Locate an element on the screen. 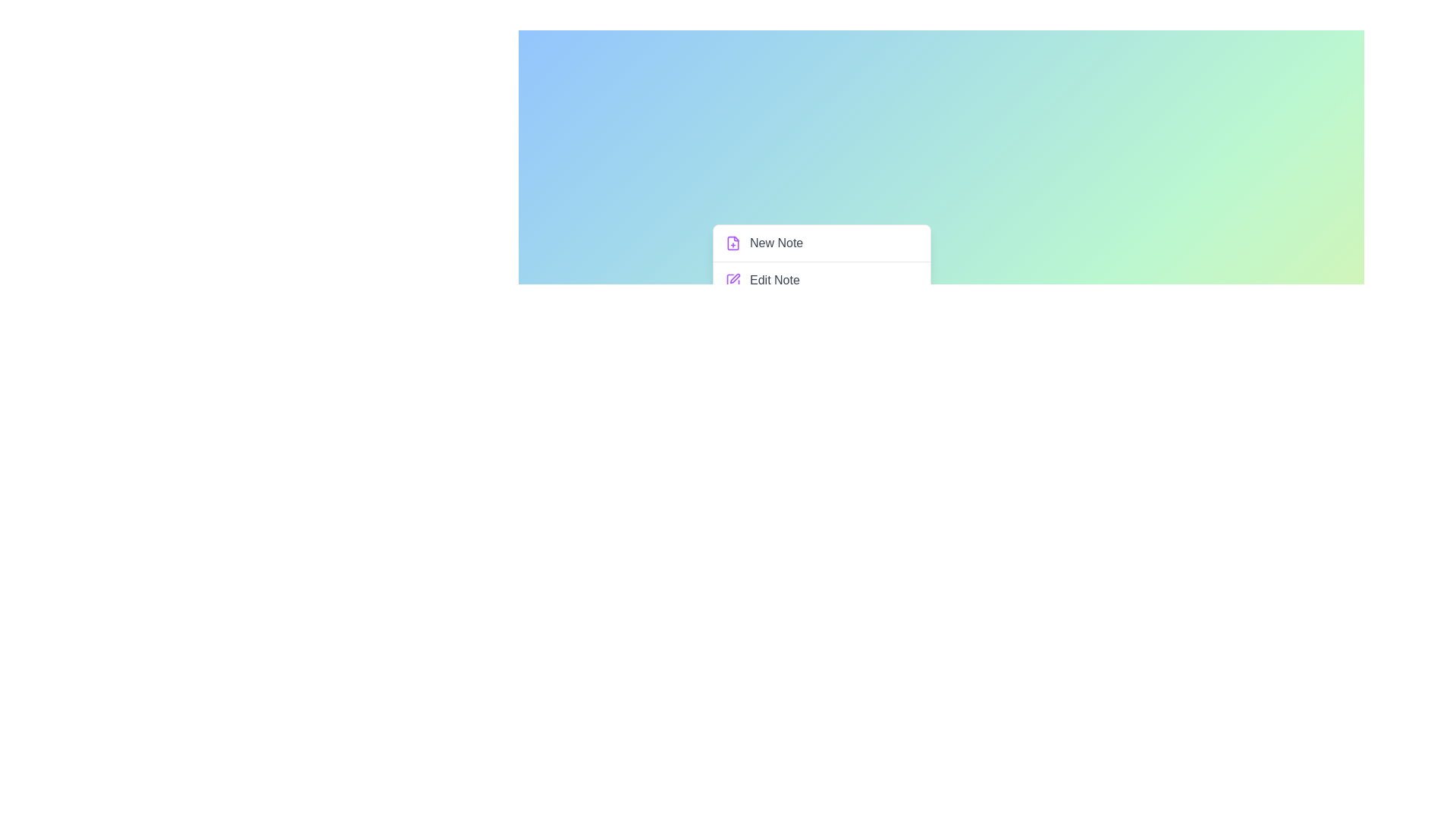 The height and width of the screenshot is (819, 1456). the 'New Note' option in the menu is located at coordinates (821, 242).